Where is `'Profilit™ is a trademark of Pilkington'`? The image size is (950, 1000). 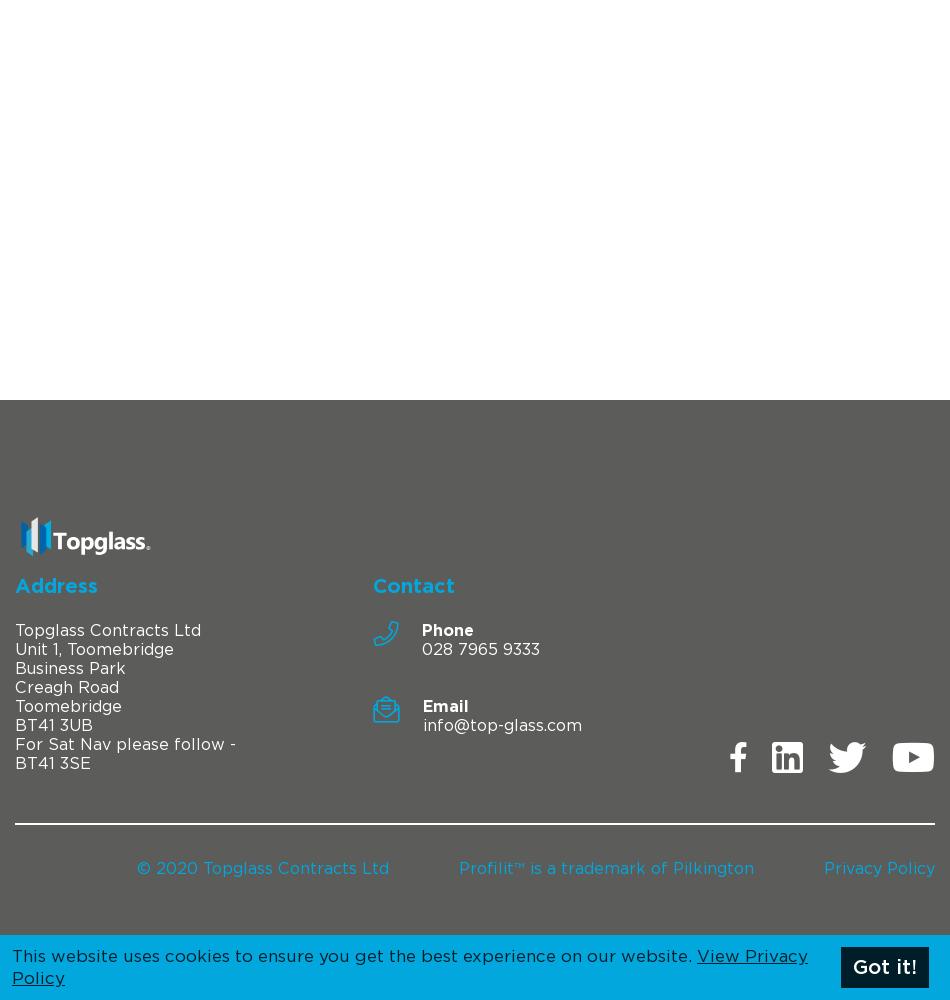
'Profilit™ is a trademark of Pilkington' is located at coordinates (606, 867).